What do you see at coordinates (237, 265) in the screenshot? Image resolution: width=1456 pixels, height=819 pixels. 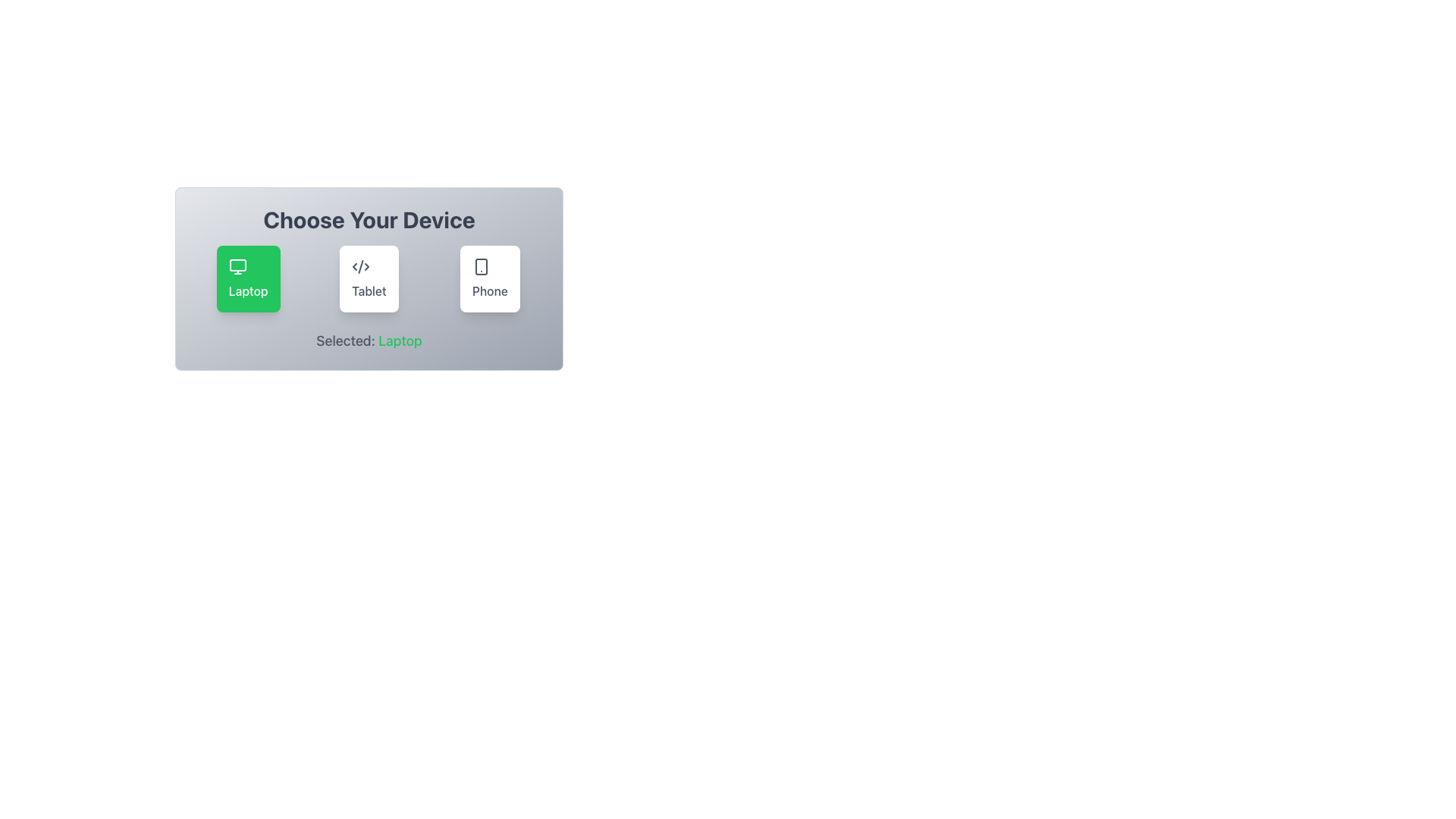 I see `the monitor icon, which is part of the 'Laptop' button with a green background, located under the 'Choose Your Device' heading` at bounding box center [237, 265].